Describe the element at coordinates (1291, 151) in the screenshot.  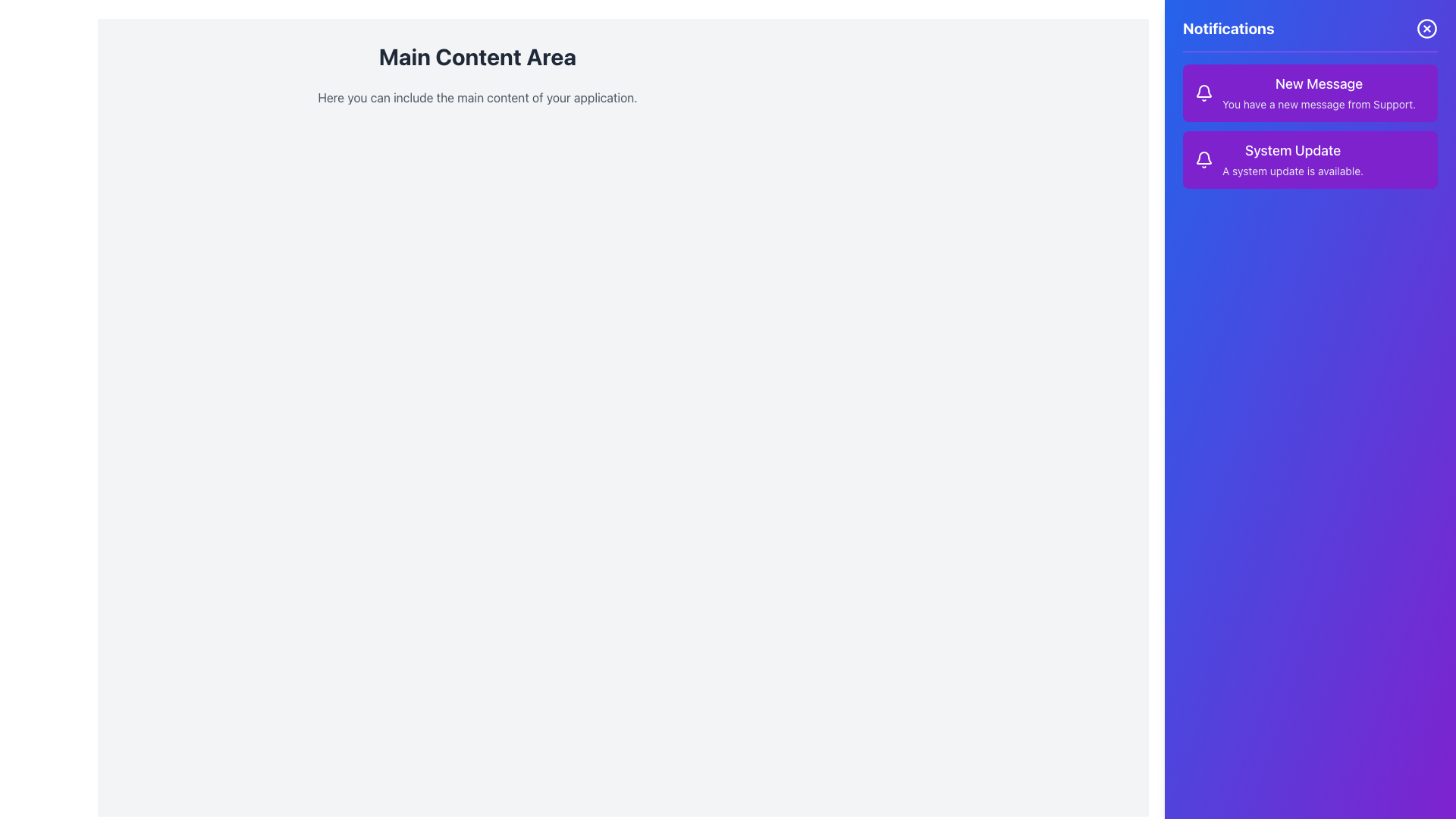
I see `text label that says 'System Update', which is styled in bold white font on a purple background, located at the top of the second notification card in the sidebar` at that location.